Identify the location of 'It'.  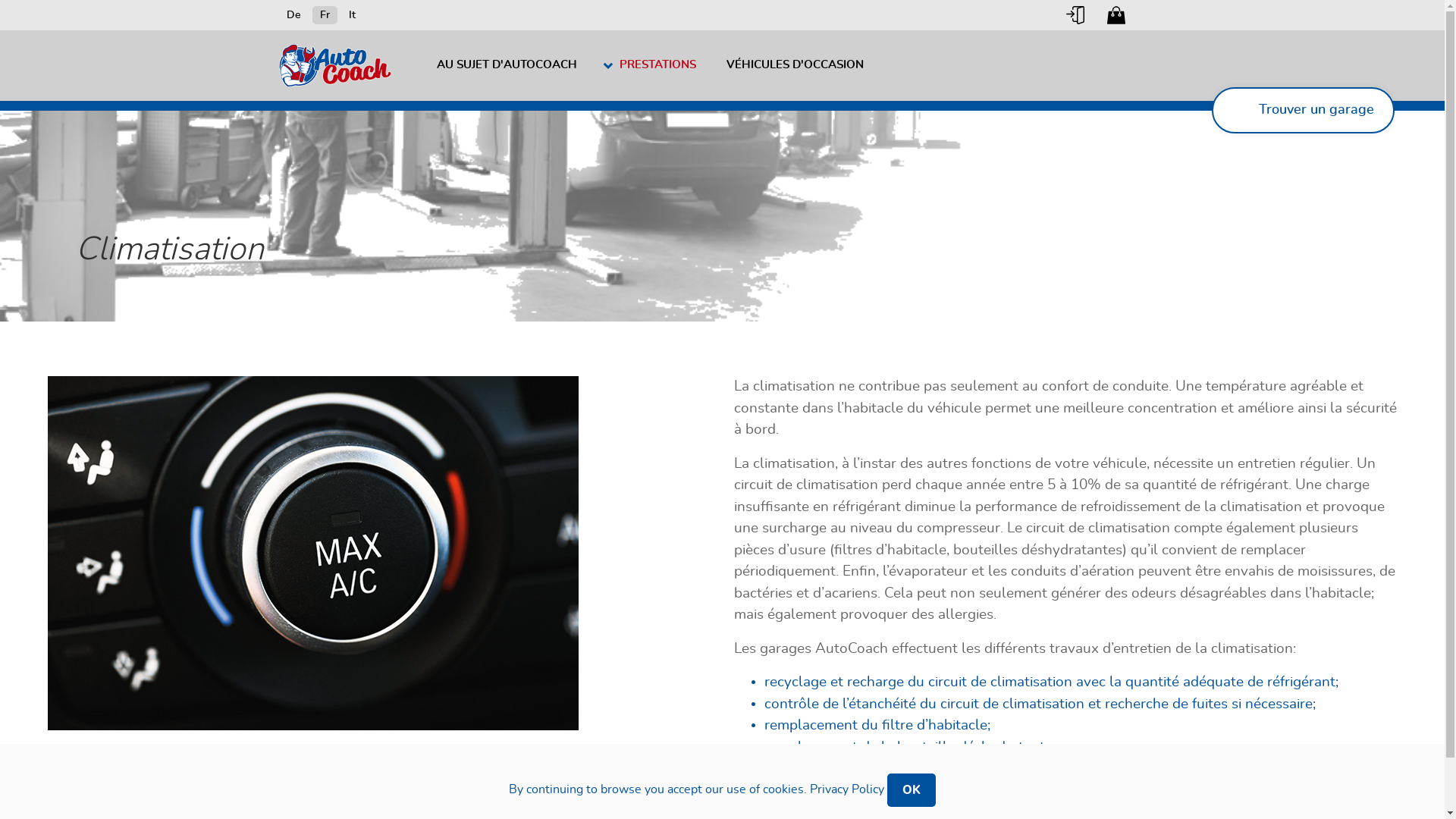
(351, 14).